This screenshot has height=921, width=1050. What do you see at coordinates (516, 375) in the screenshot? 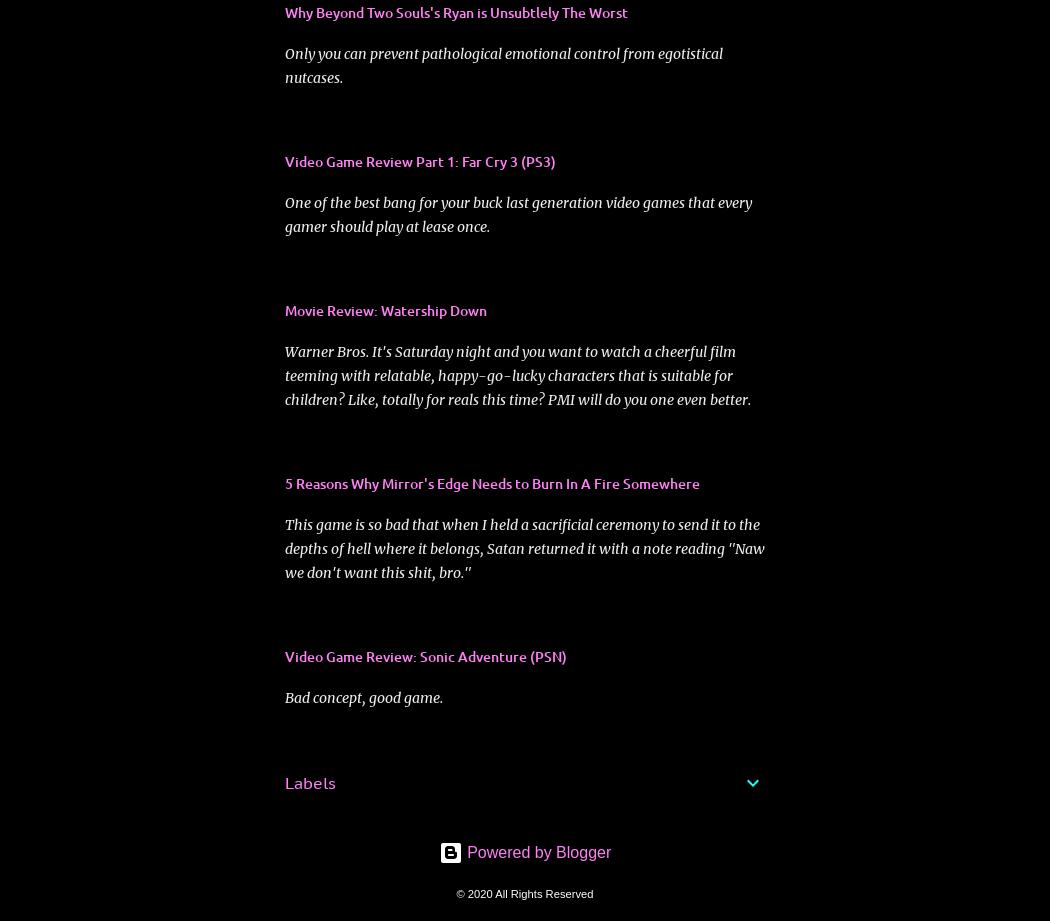
I see `'Warner Bros.                    It's Saturday night and you want to watch a cheerful film teeming with relatable, happy-go-lucky characters that is suitable for children? Like, totally for reals this time? PMI will do you one even better.'` at bounding box center [516, 375].